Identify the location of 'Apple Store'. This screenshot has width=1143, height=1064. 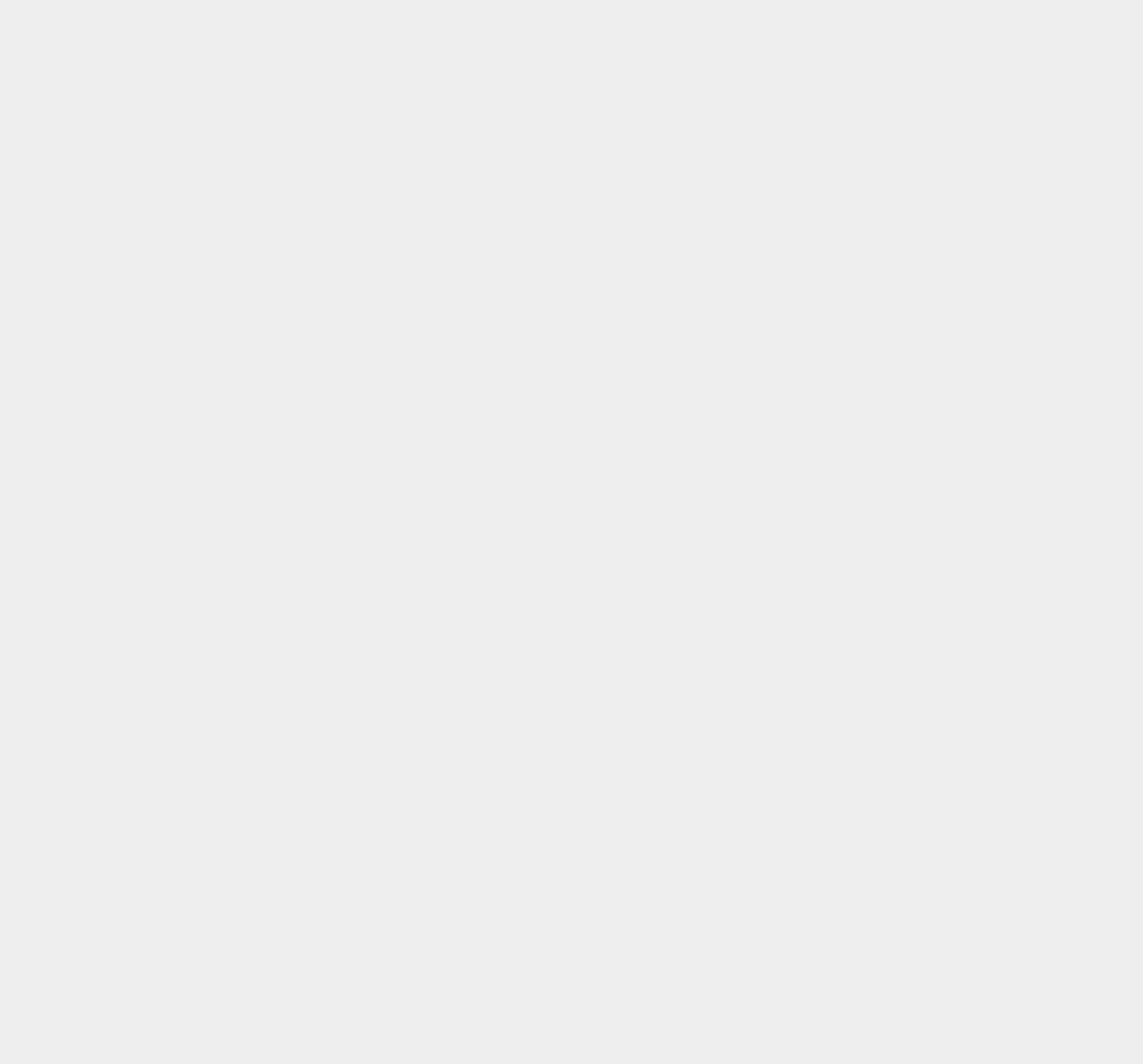
(842, 207).